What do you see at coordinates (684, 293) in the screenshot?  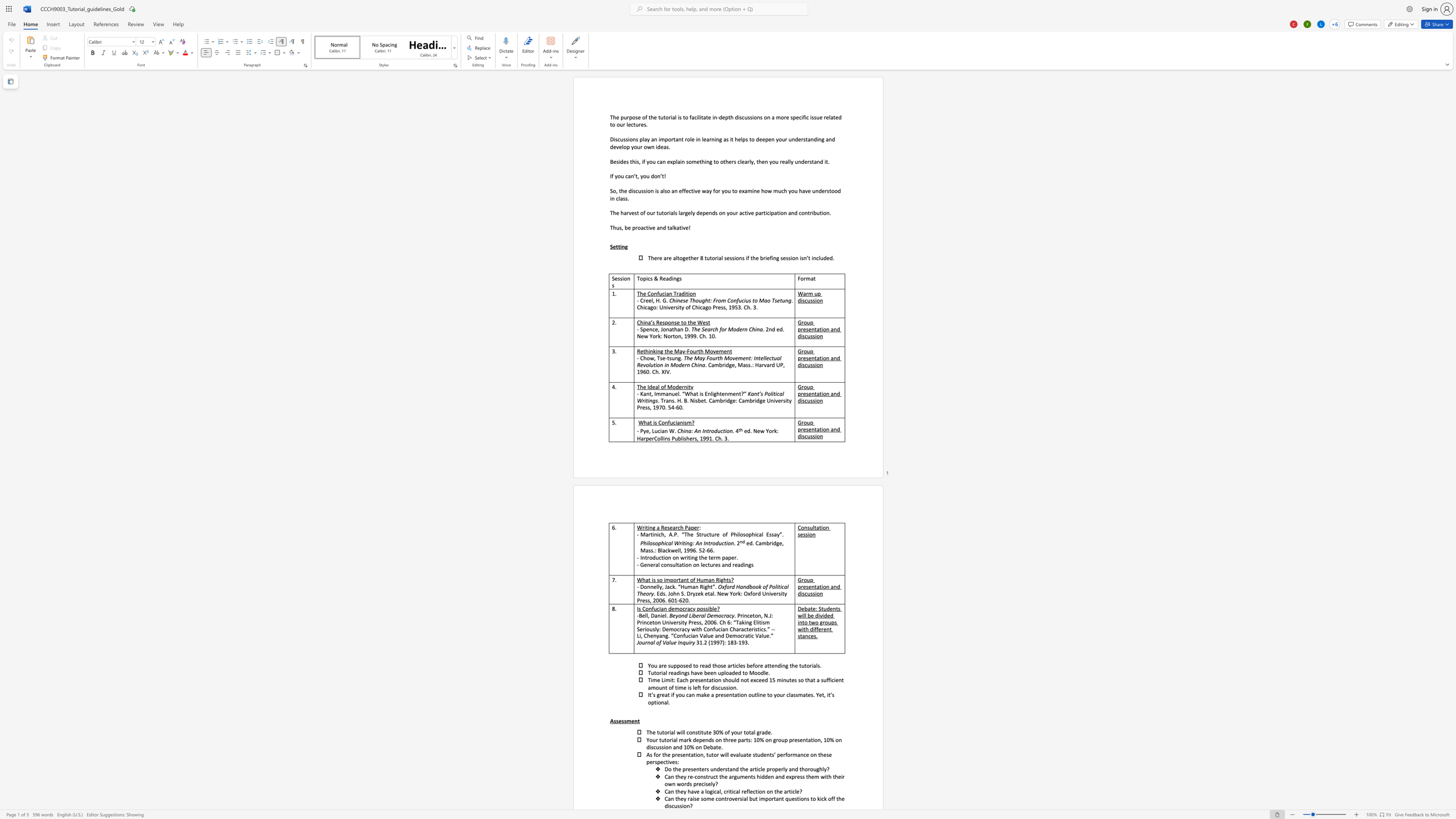 I see `the space between the continuous character "d" and "i" in the text` at bounding box center [684, 293].